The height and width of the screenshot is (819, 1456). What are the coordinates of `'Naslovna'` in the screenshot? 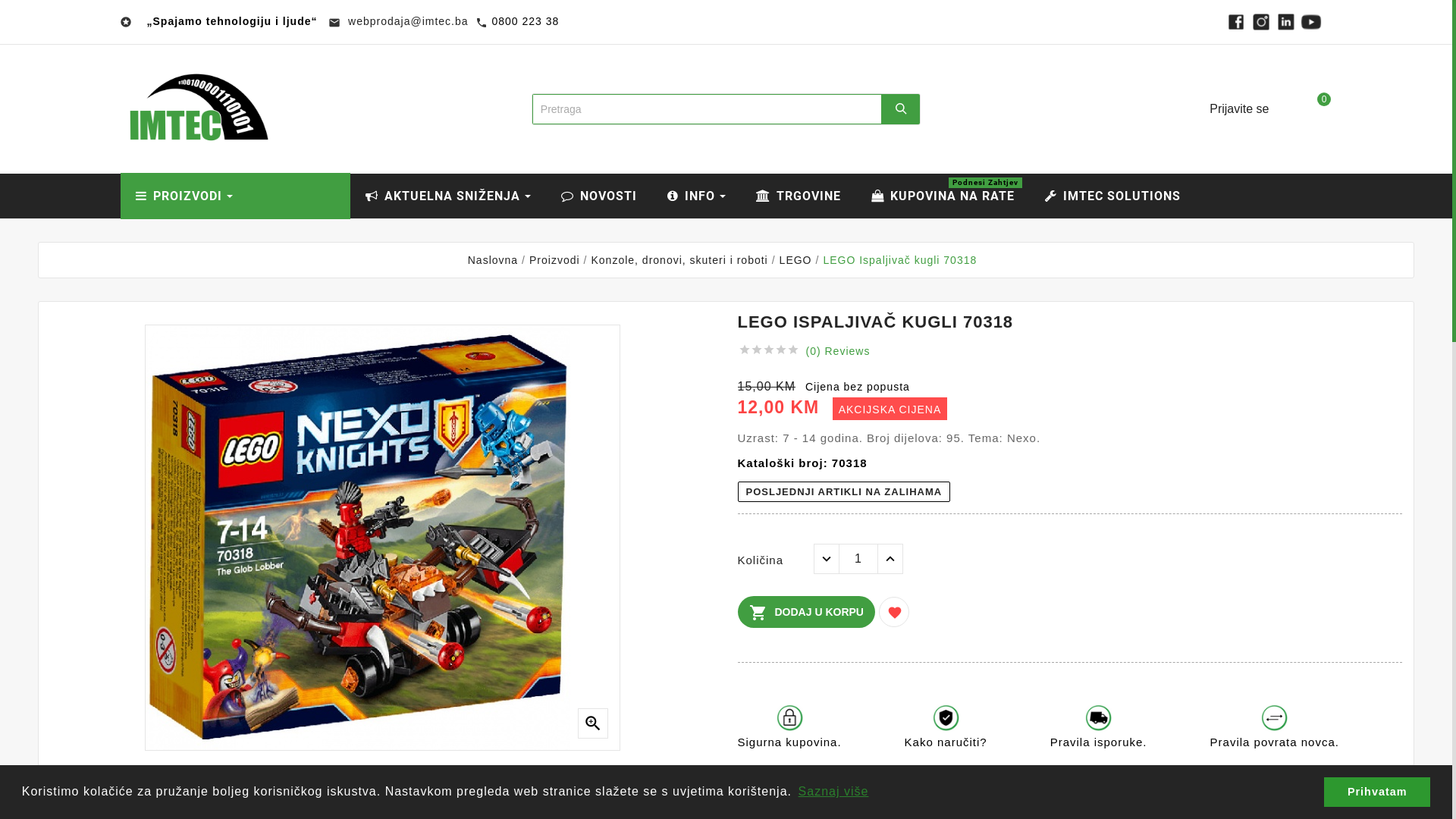 It's located at (492, 259).